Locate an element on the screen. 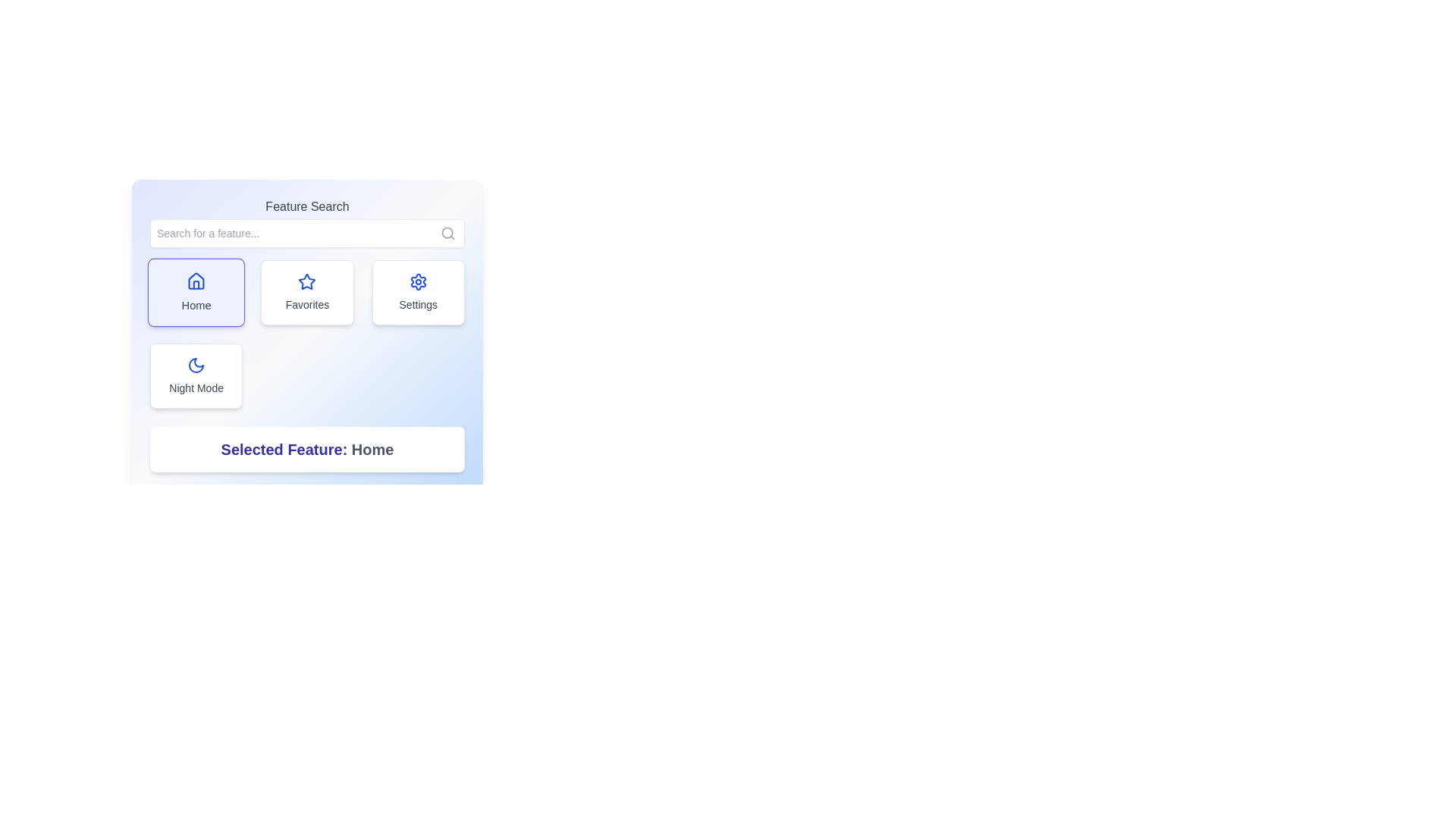 The width and height of the screenshot is (1456, 819). on the settings icon located in the upper section of the 'Settings' card, which is in the top-right quadrant of the grid of feature cards, above the text label 'Settings' is located at coordinates (418, 281).